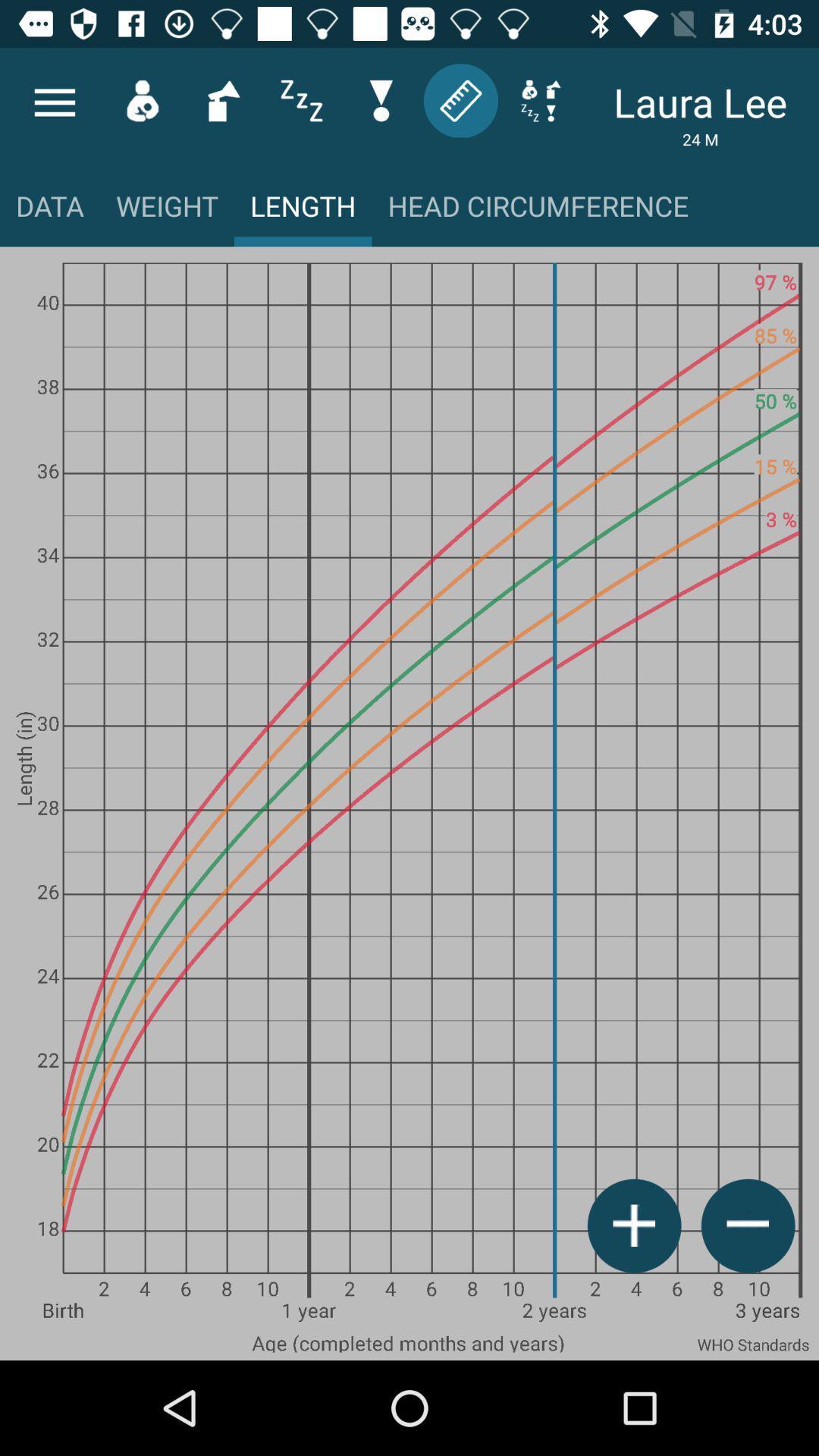 Image resolution: width=819 pixels, height=1456 pixels. Describe the element at coordinates (54, 102) in the screenshot. I see `the menu icon` at that location.